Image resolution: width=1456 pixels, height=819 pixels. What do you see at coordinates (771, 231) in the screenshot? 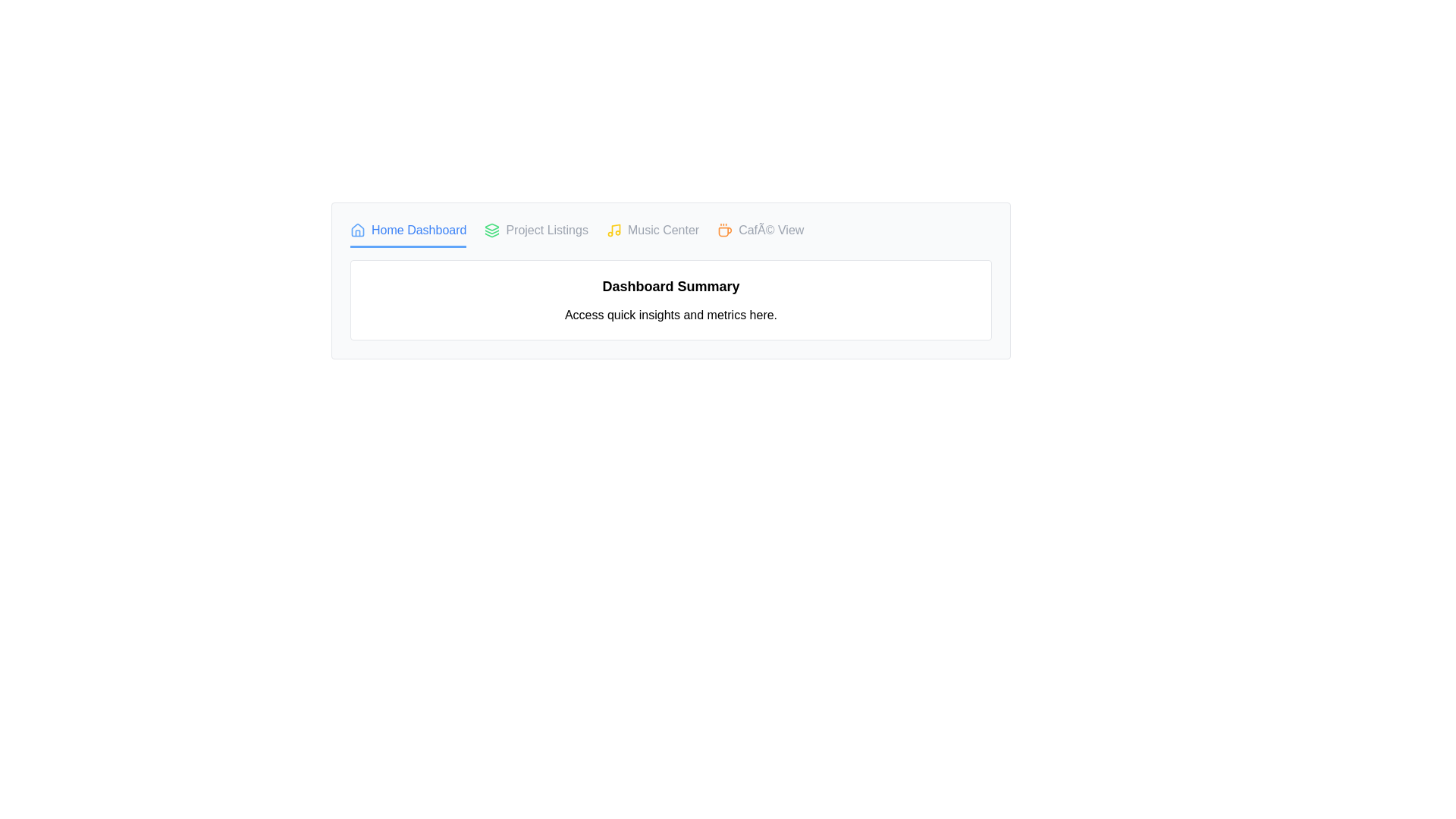
I see `the text label 'Café View' in the upper navigational menu, styled with a sans-serif font and light gray color` at bounding box center [771, 231].